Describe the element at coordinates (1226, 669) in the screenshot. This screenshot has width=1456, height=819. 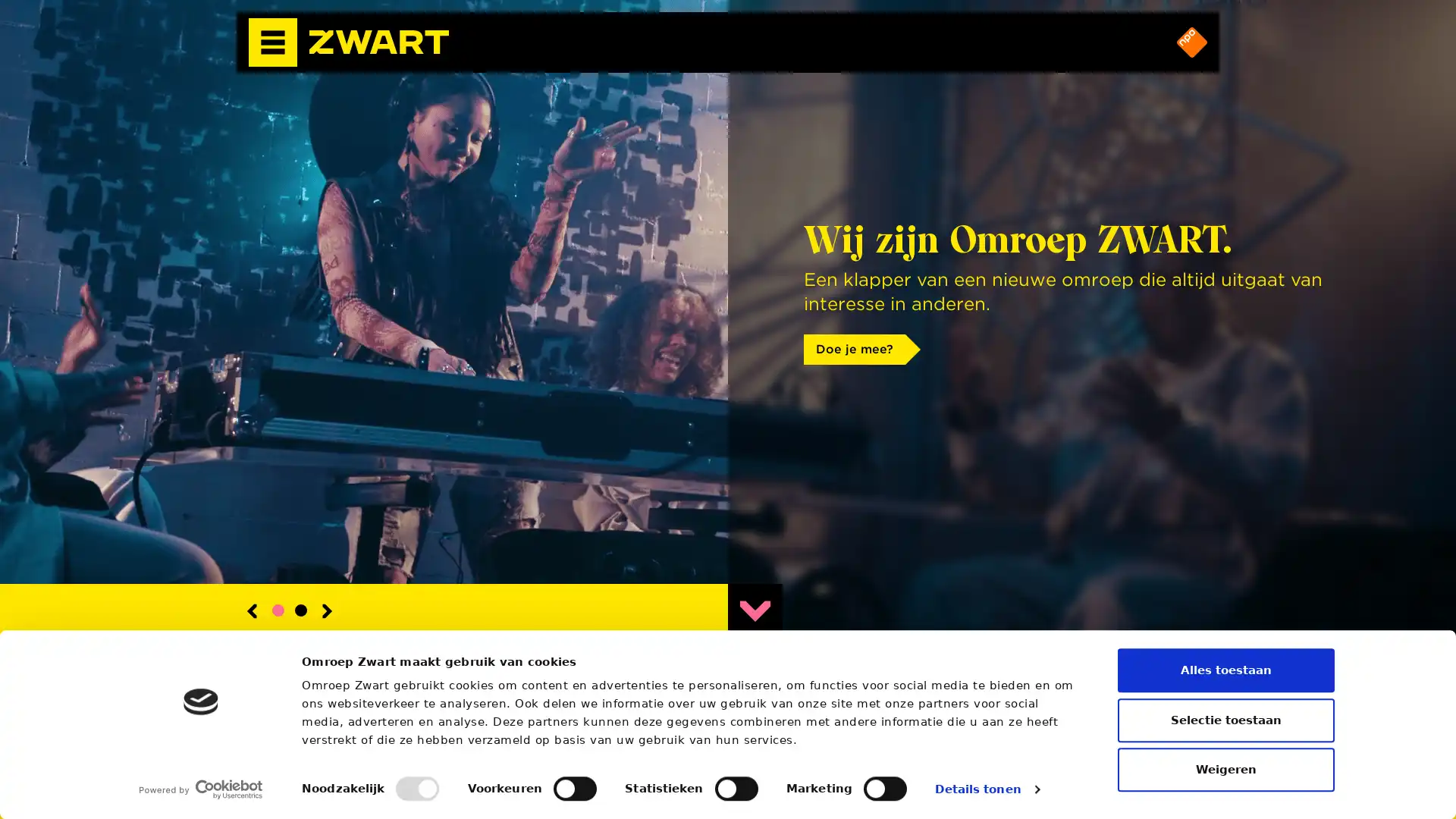
I see `Alles toestaan` at that location.